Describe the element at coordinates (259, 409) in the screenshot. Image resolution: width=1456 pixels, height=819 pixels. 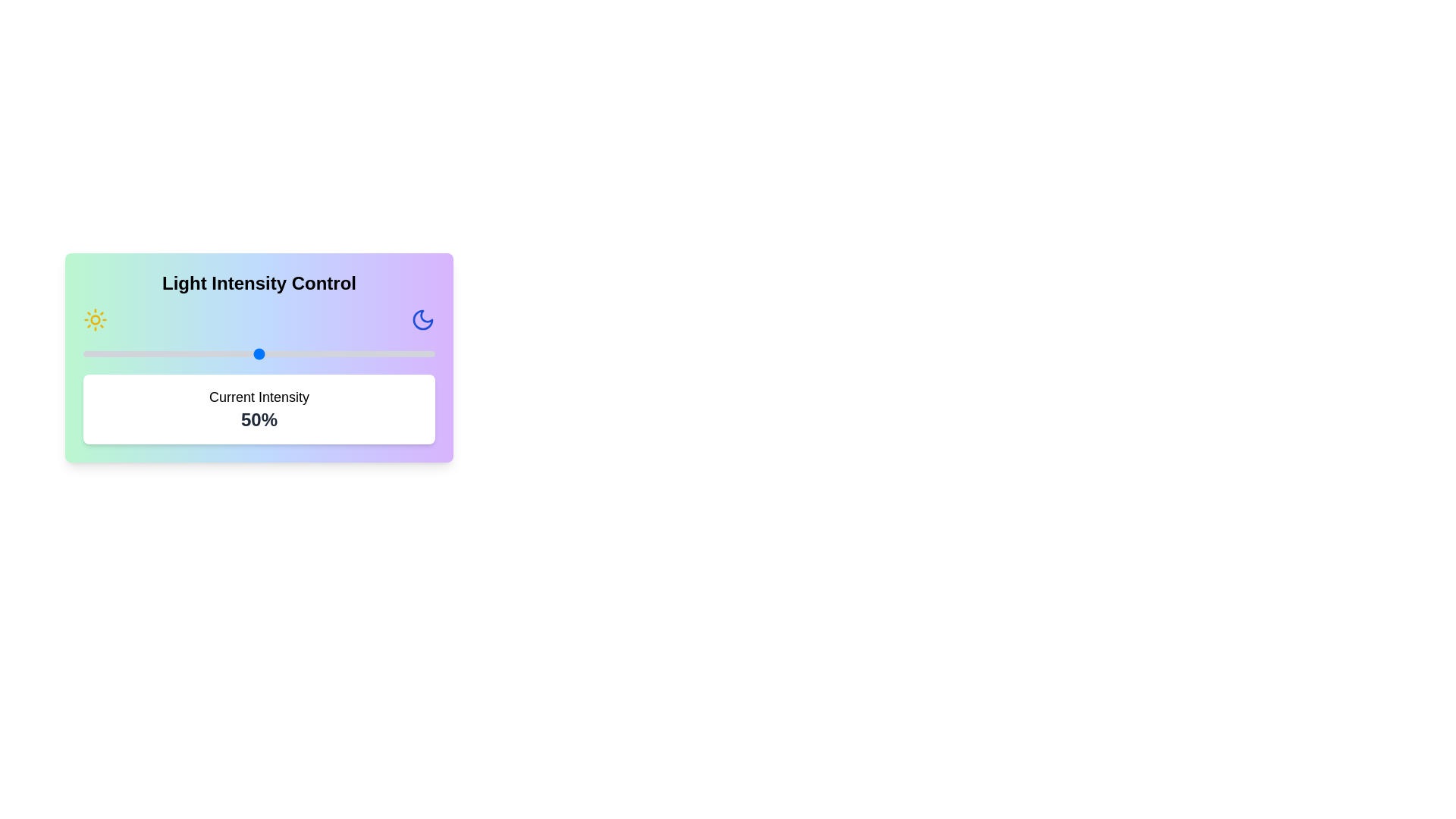
I see `the Informational Display element that shows 'Current Intensity' and '50%' with a white background and rounded corners` at that location.